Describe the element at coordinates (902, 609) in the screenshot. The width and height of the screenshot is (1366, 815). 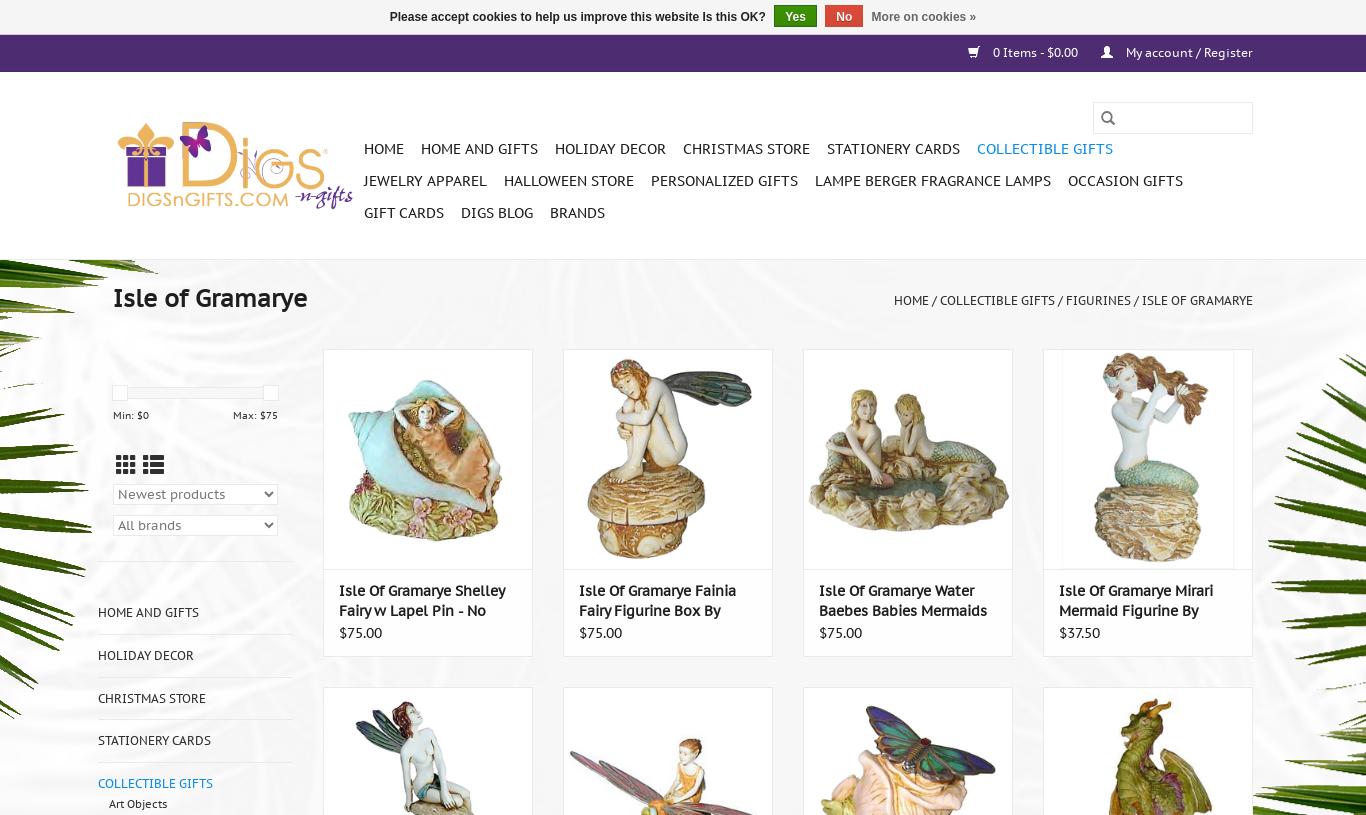
I see `'Isle Of Gramarye Water Baebes Babies Mermaids by Pond by Robert Glover'` at that location.